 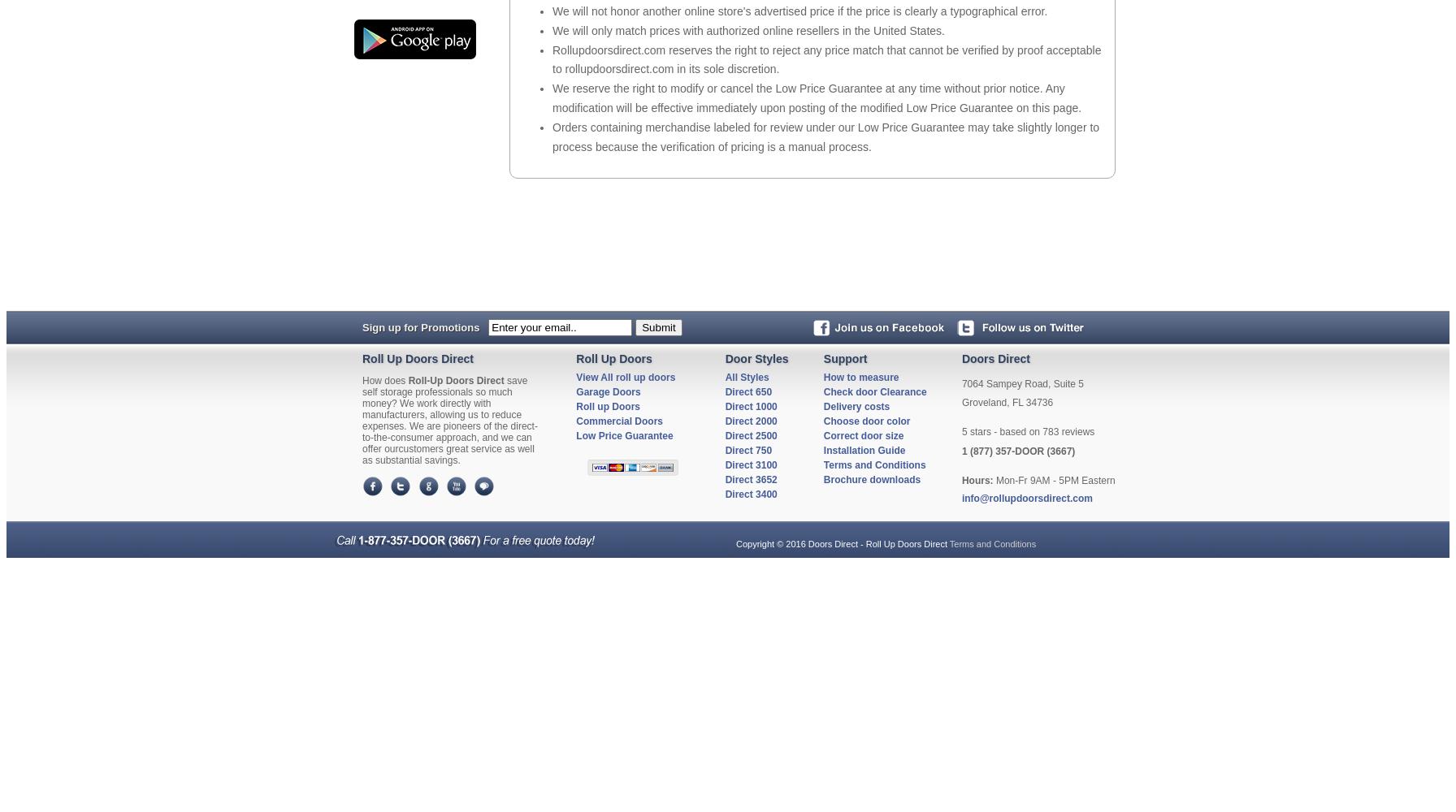 I want to click on 'How does', so click(x=384, y=379).